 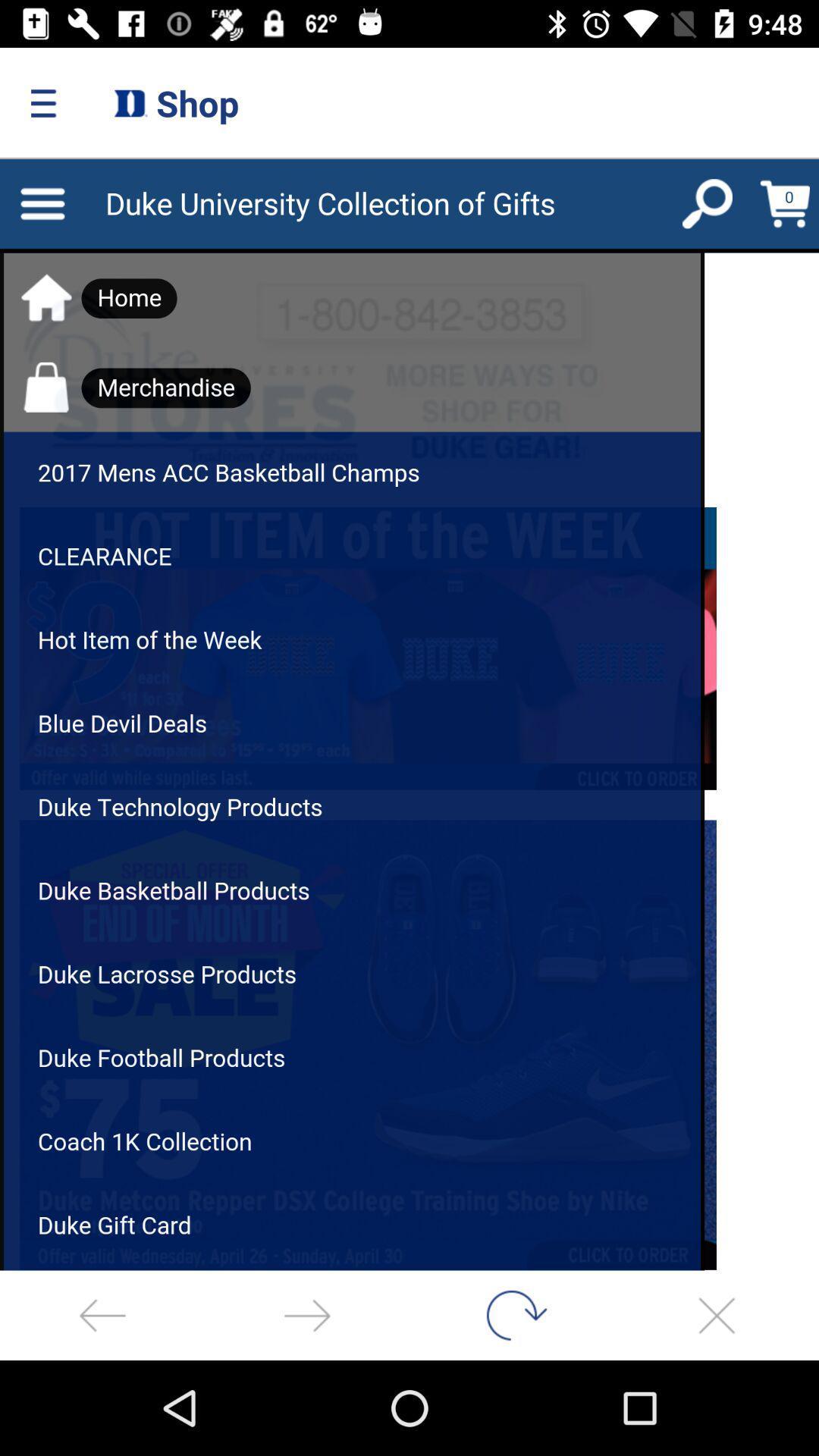 I want to click on back to previous page, so click(x=102, y=1314).